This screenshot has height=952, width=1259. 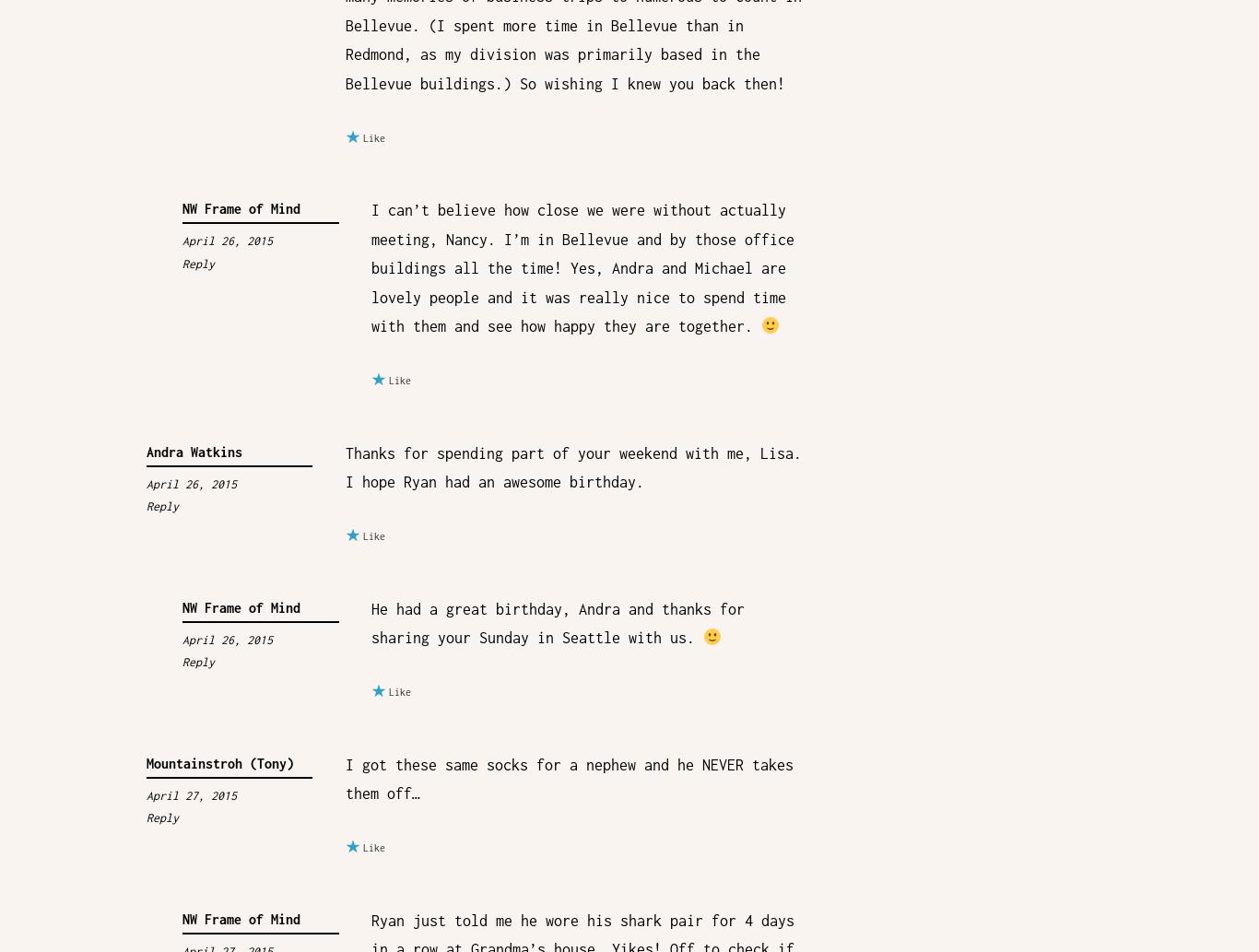 What do you see at coordinates (581, 266) in the screenshot?
I see `'I can’t believe how close we were without actually meeting, Nancy. I’m in Bellevue and by those office buildings all the time!  Yes, Andra and Michael are lovely people and it was really nice to spend time with them and see how happy they are together.'` at bounding box center [581, 266].